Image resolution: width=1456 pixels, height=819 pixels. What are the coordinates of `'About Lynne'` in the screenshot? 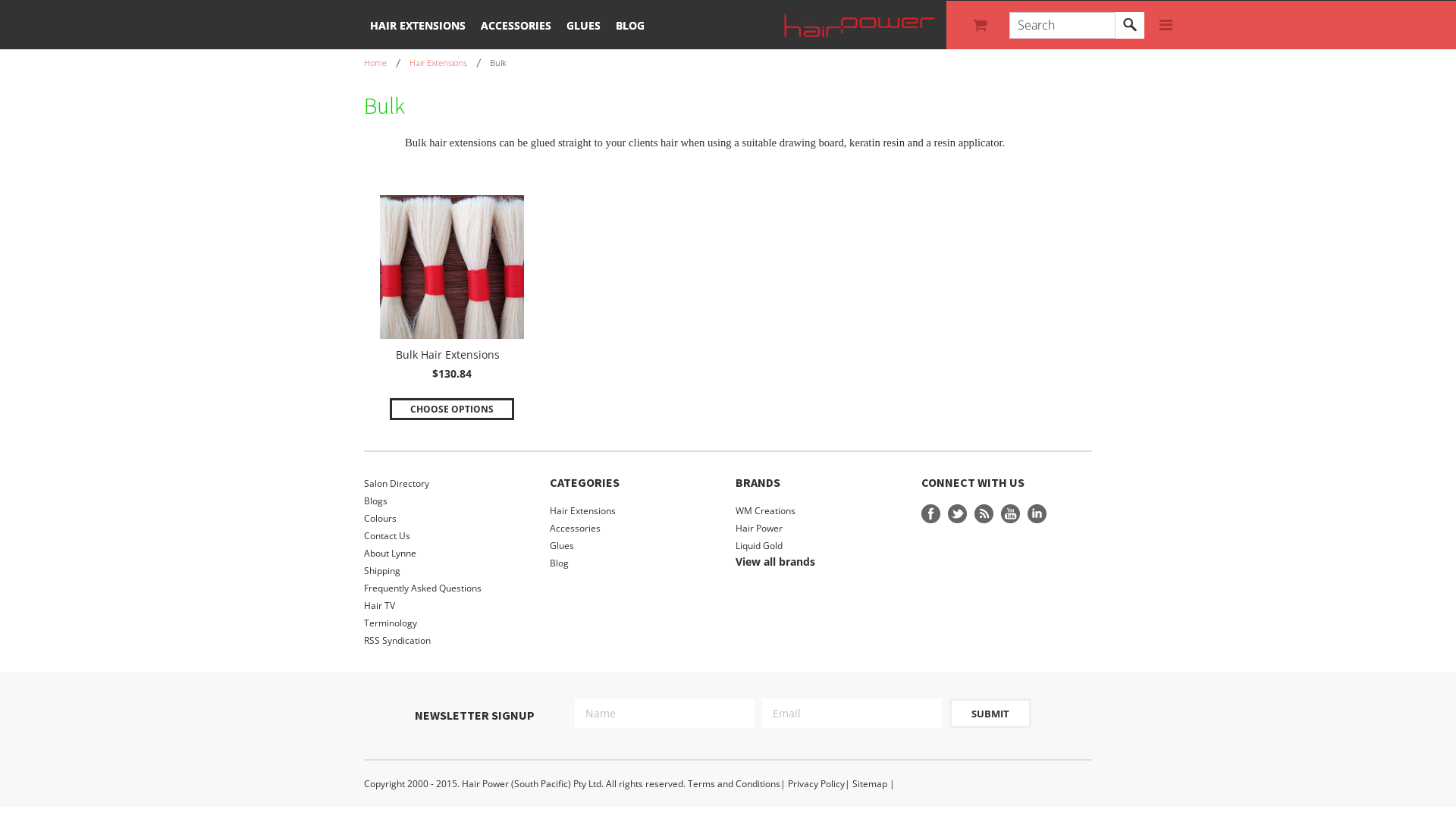 It's located at (448, 553).